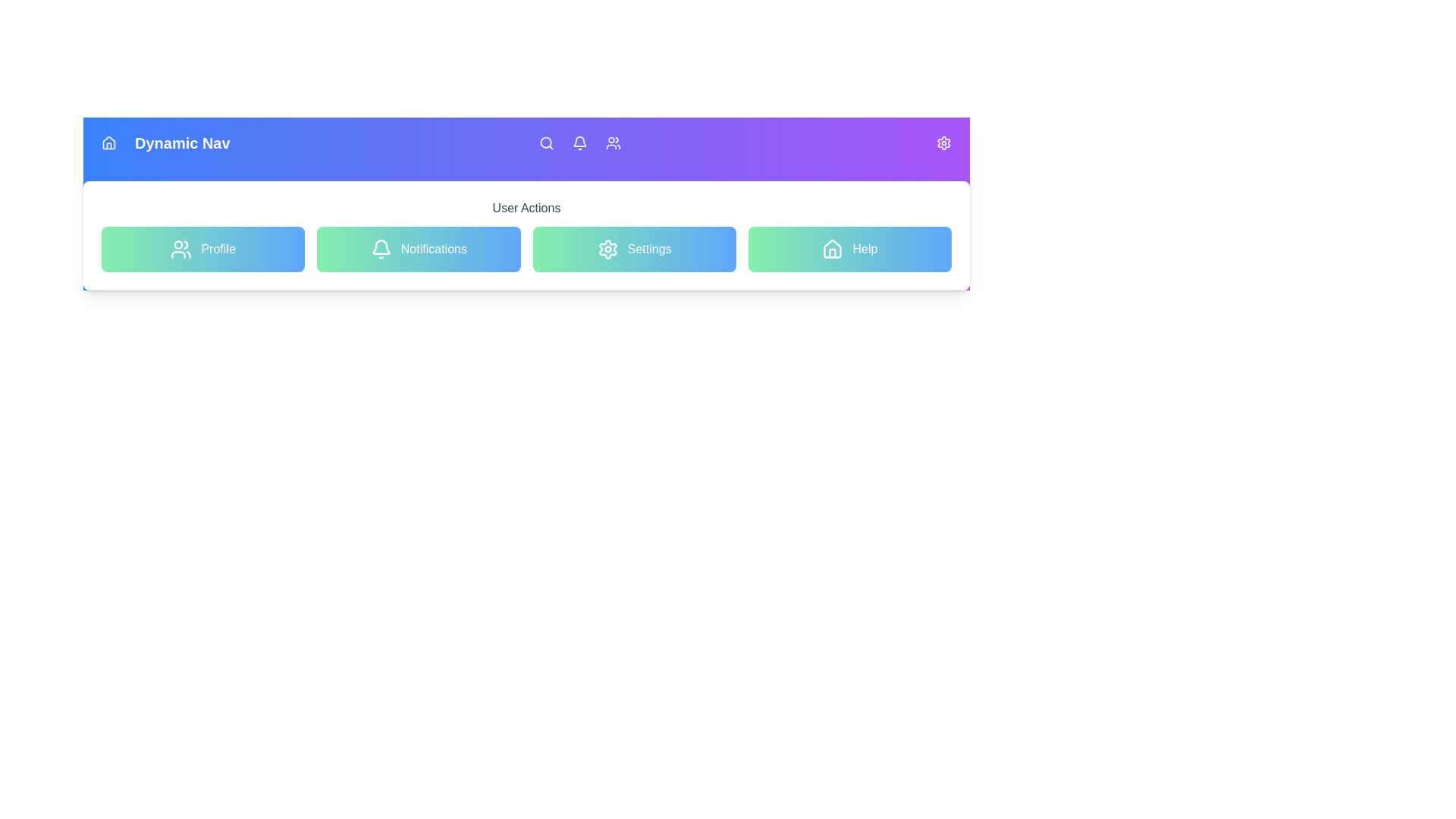 This screenshot has width=1456, height=819. I want to click on the Bell navigation icon, so click(579, 143).